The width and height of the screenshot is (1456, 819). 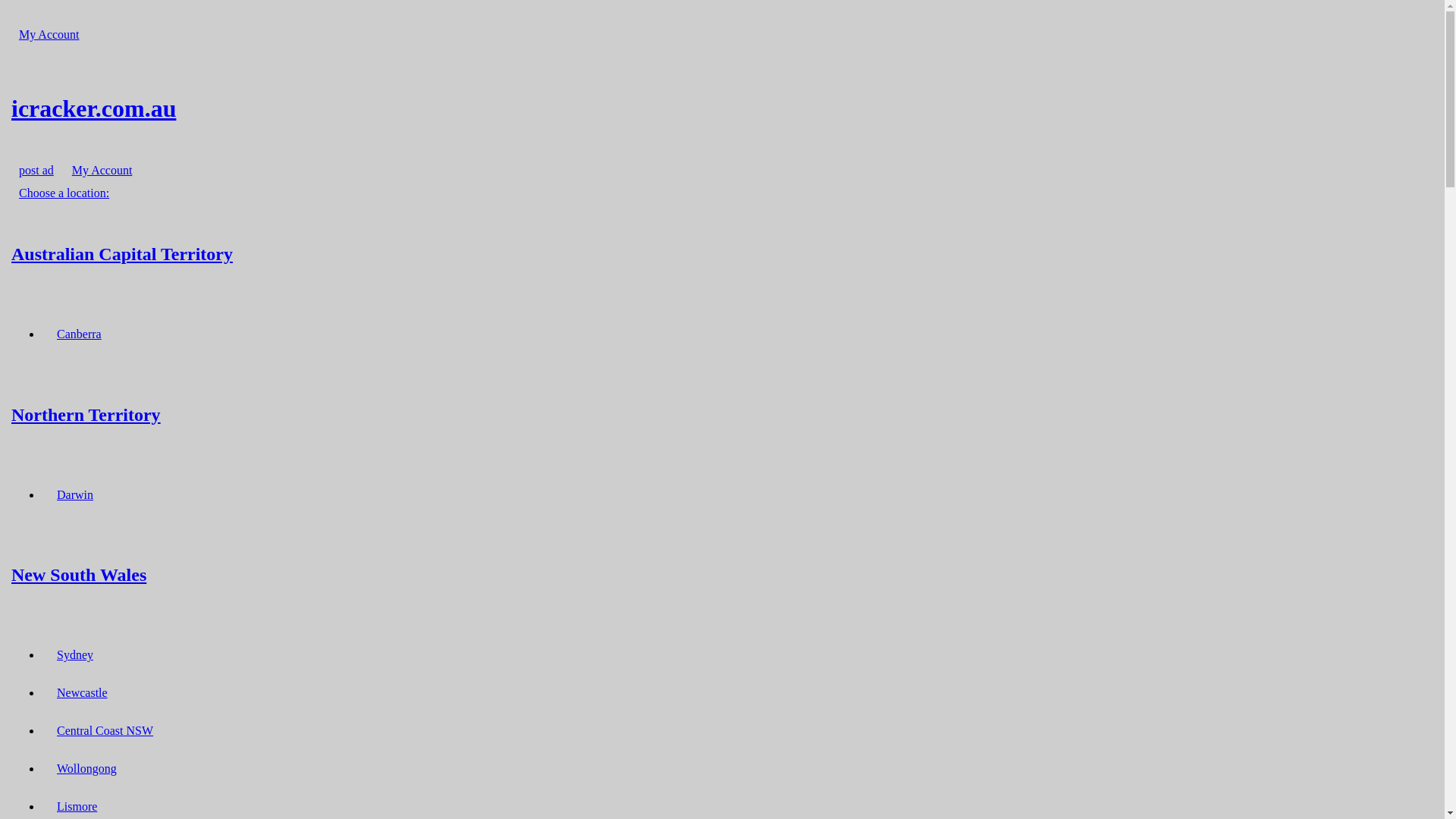 What do you see at coordinates (721, 107) in the screenshot?
I see `'icracker.com.au'` at bounding box center [721, 107].